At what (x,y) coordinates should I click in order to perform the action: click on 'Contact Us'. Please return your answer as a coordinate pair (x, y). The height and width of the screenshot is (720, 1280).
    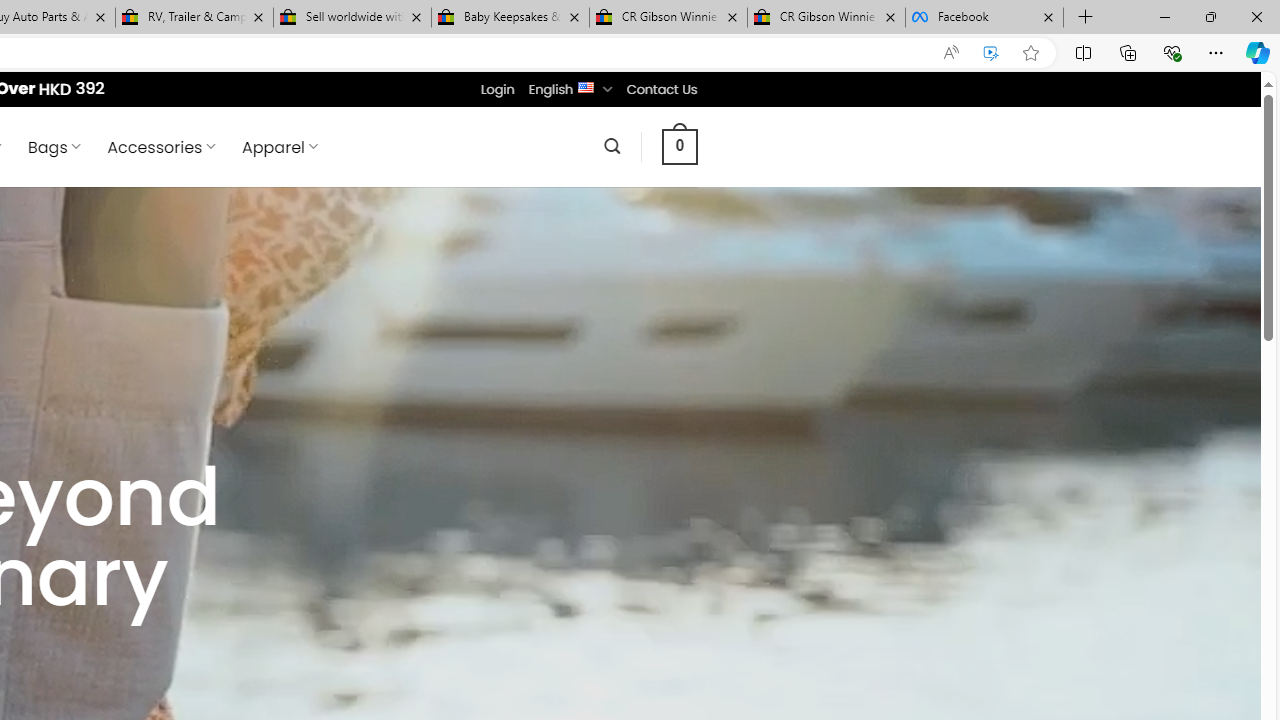
    Looking at the image, I should click on (661, 88).